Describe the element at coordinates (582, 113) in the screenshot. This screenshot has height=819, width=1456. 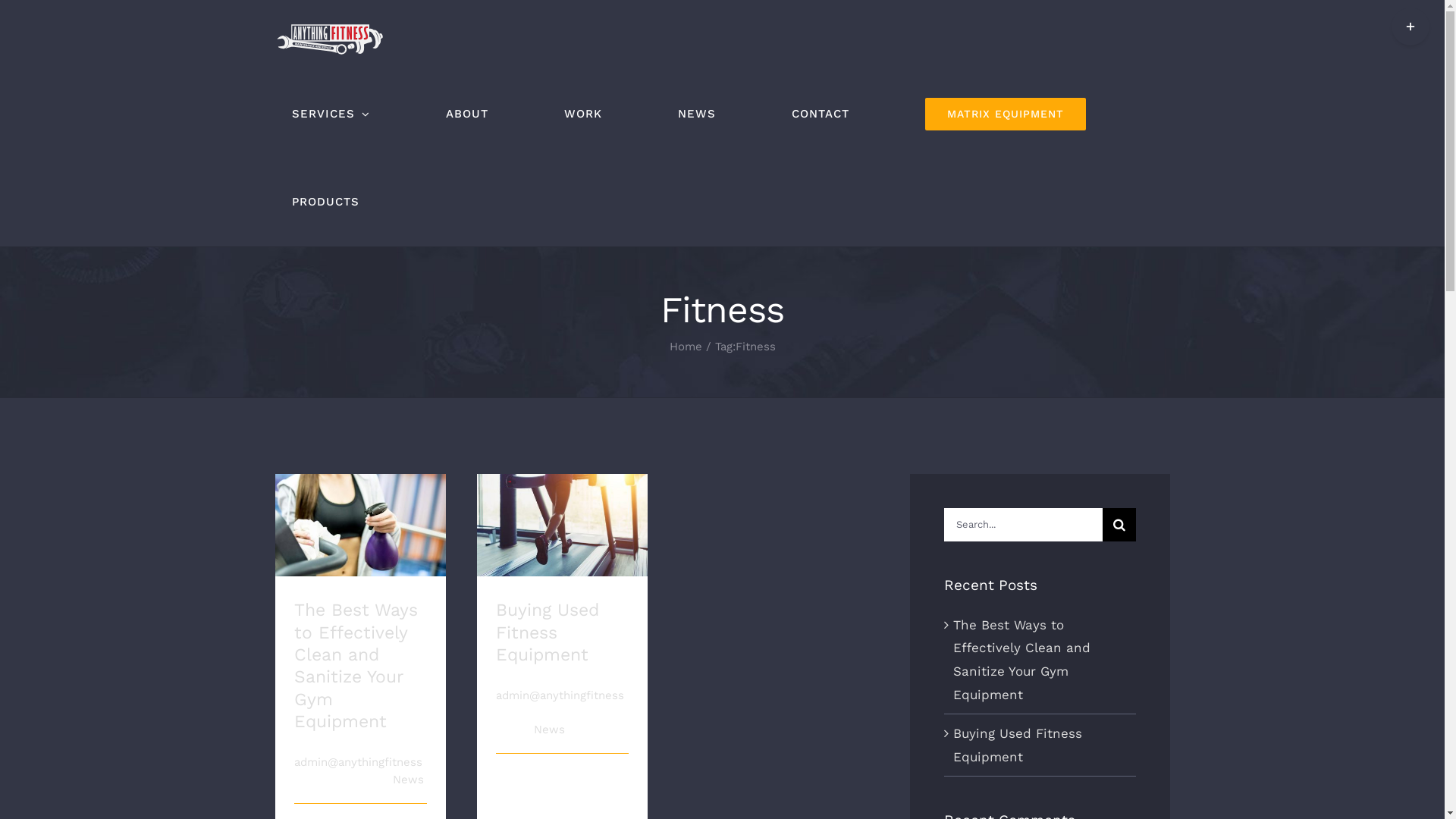
I see `'WORK'` at that location.